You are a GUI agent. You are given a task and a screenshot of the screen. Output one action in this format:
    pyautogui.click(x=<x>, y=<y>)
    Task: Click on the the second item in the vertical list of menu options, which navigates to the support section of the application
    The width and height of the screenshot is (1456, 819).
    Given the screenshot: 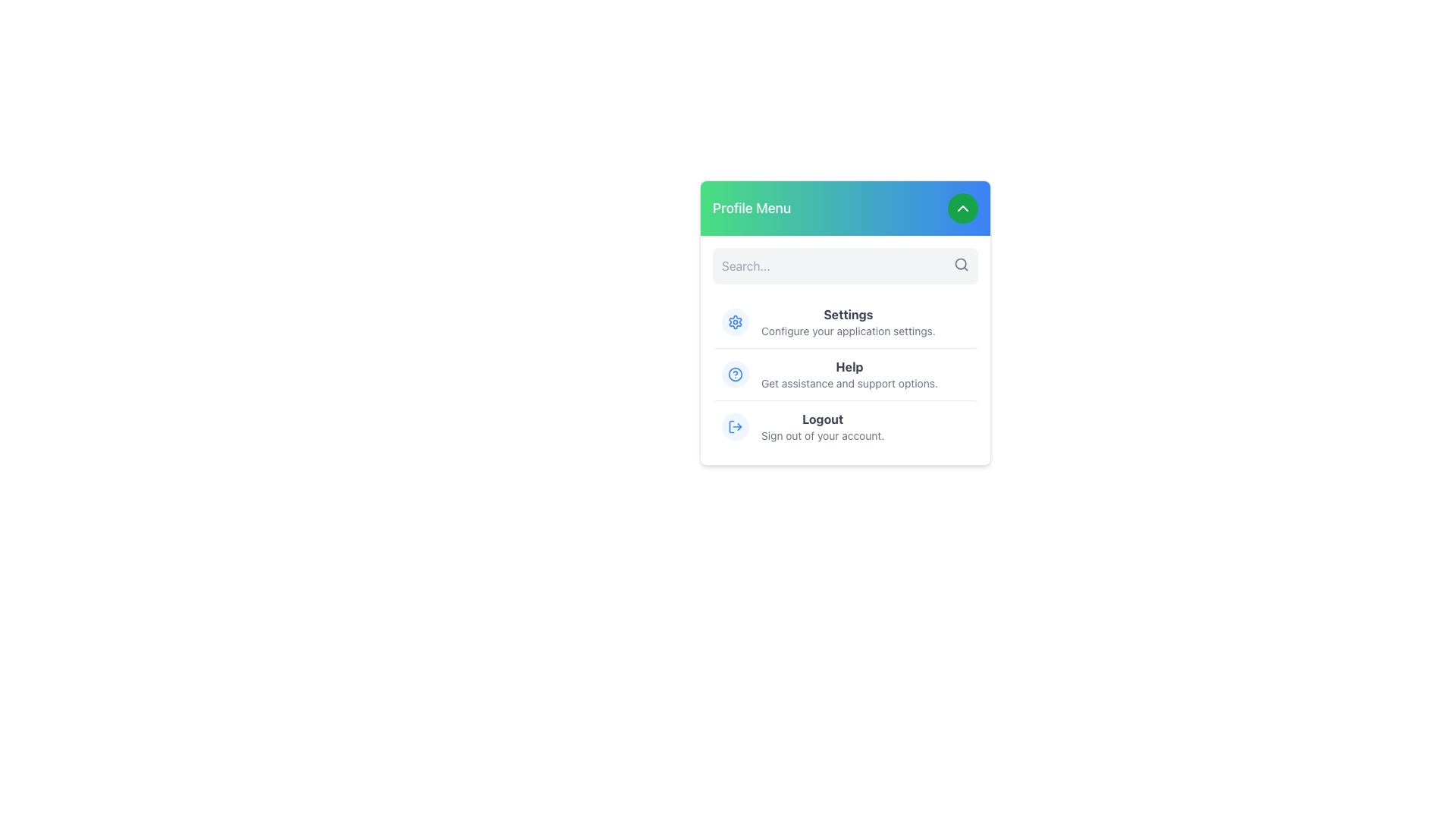 What is the action you would take?
    pyautogui.click(x=844, y=374)
    